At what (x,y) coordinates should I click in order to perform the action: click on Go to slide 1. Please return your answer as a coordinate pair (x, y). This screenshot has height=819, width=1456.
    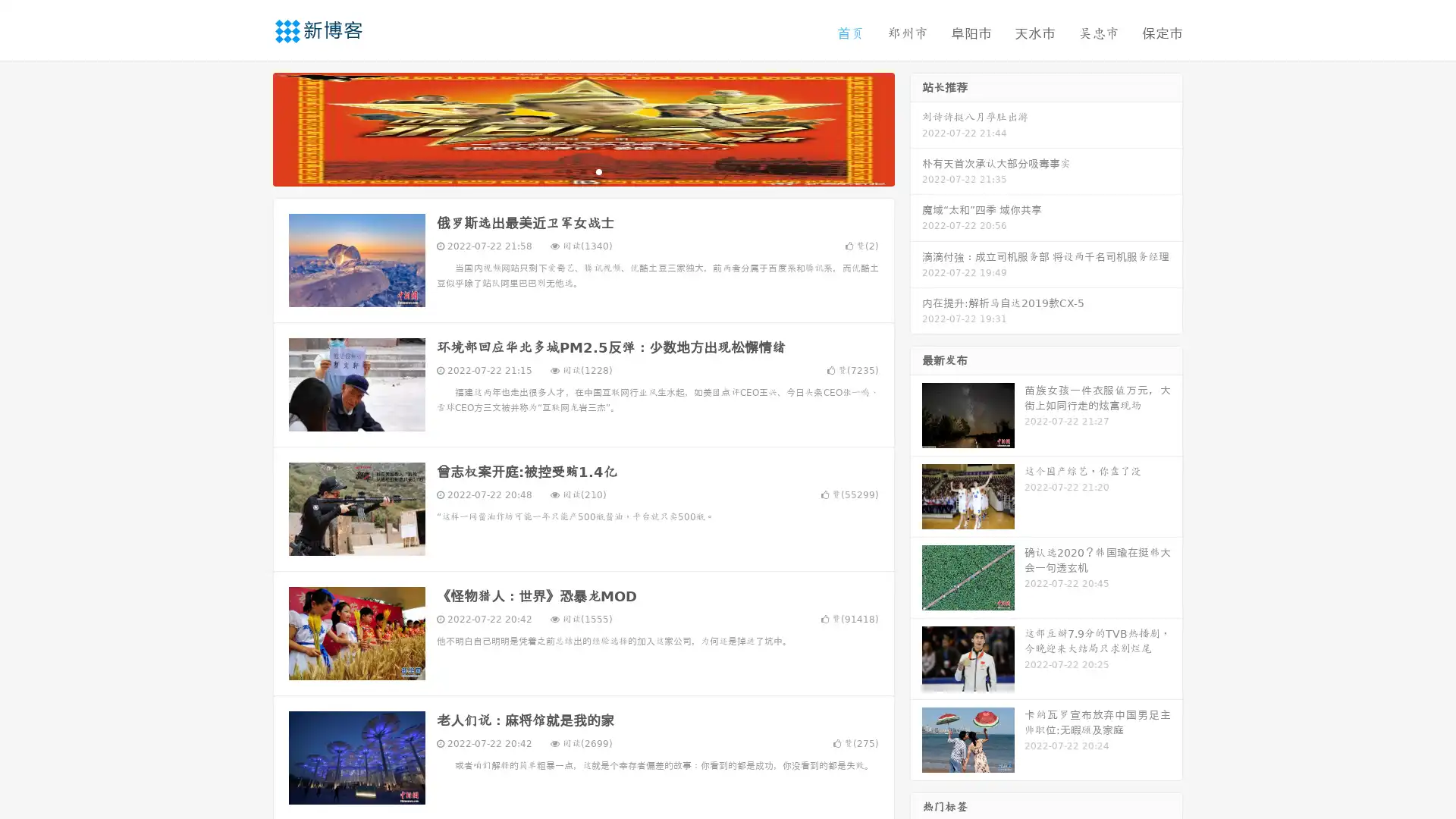
    Looking at the image, I should click on (567, 171).